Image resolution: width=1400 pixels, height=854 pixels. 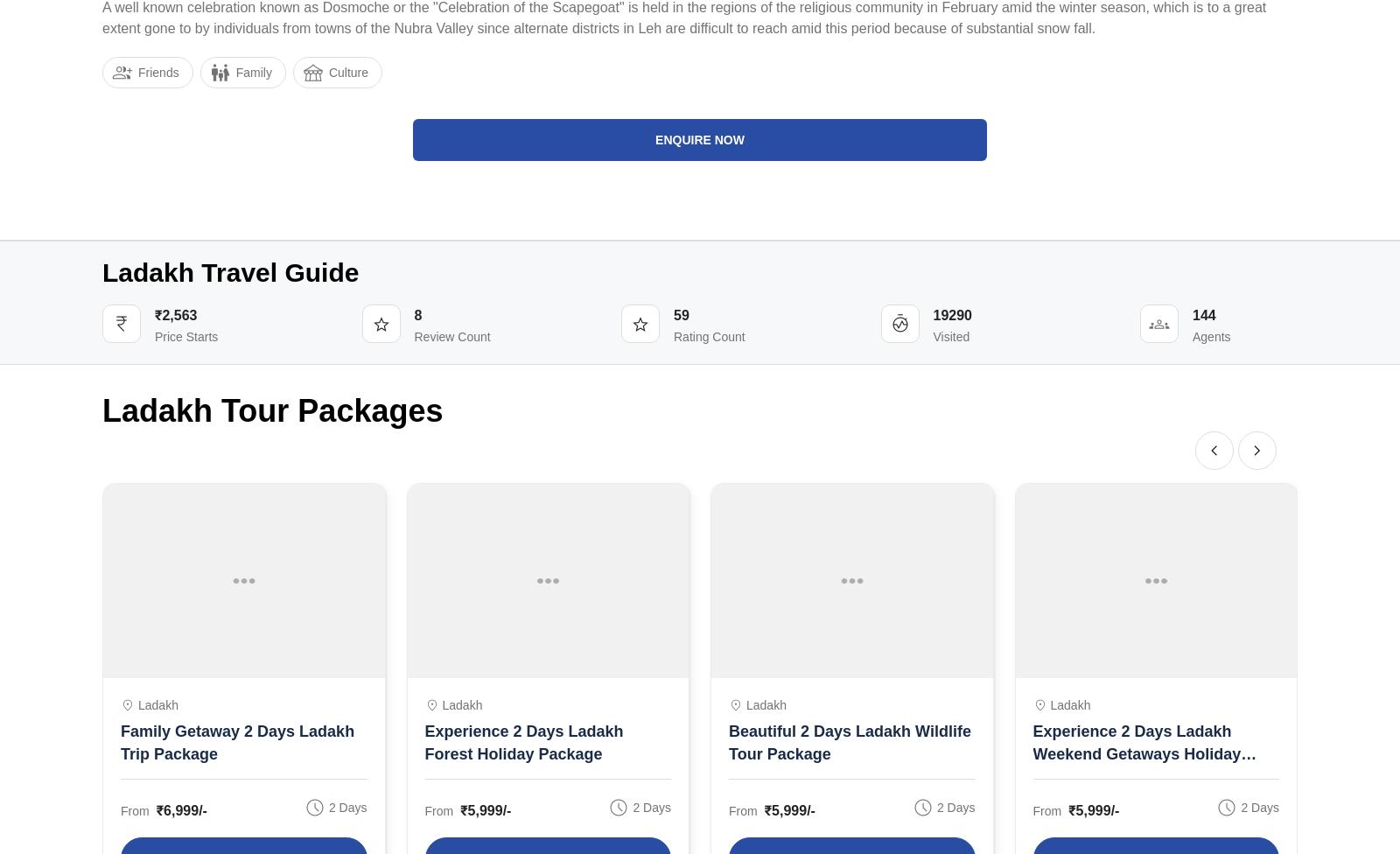 What do you see at coordinates (1214, 451) in the screenshot?
I see `'chevron_left'` at bounding box center [1214, 451].